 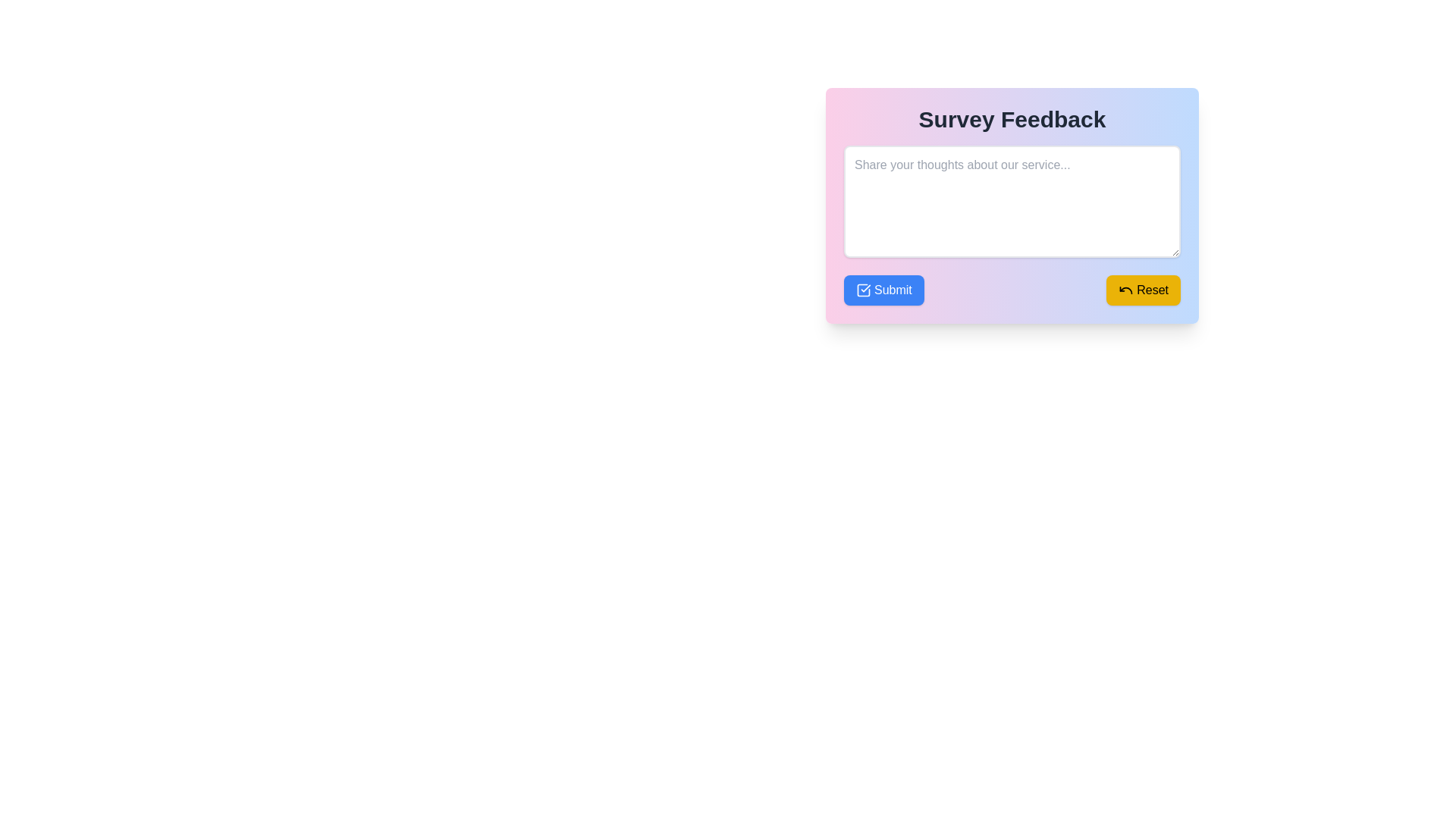 What do you see at coordinates (1126, 290) in the screenshot?
I see `the undo icon, which is a small black curved arrow located inside the yellow 'Reset' button at the bottom-right of the feedback form` at bounding box center [1126, 290].